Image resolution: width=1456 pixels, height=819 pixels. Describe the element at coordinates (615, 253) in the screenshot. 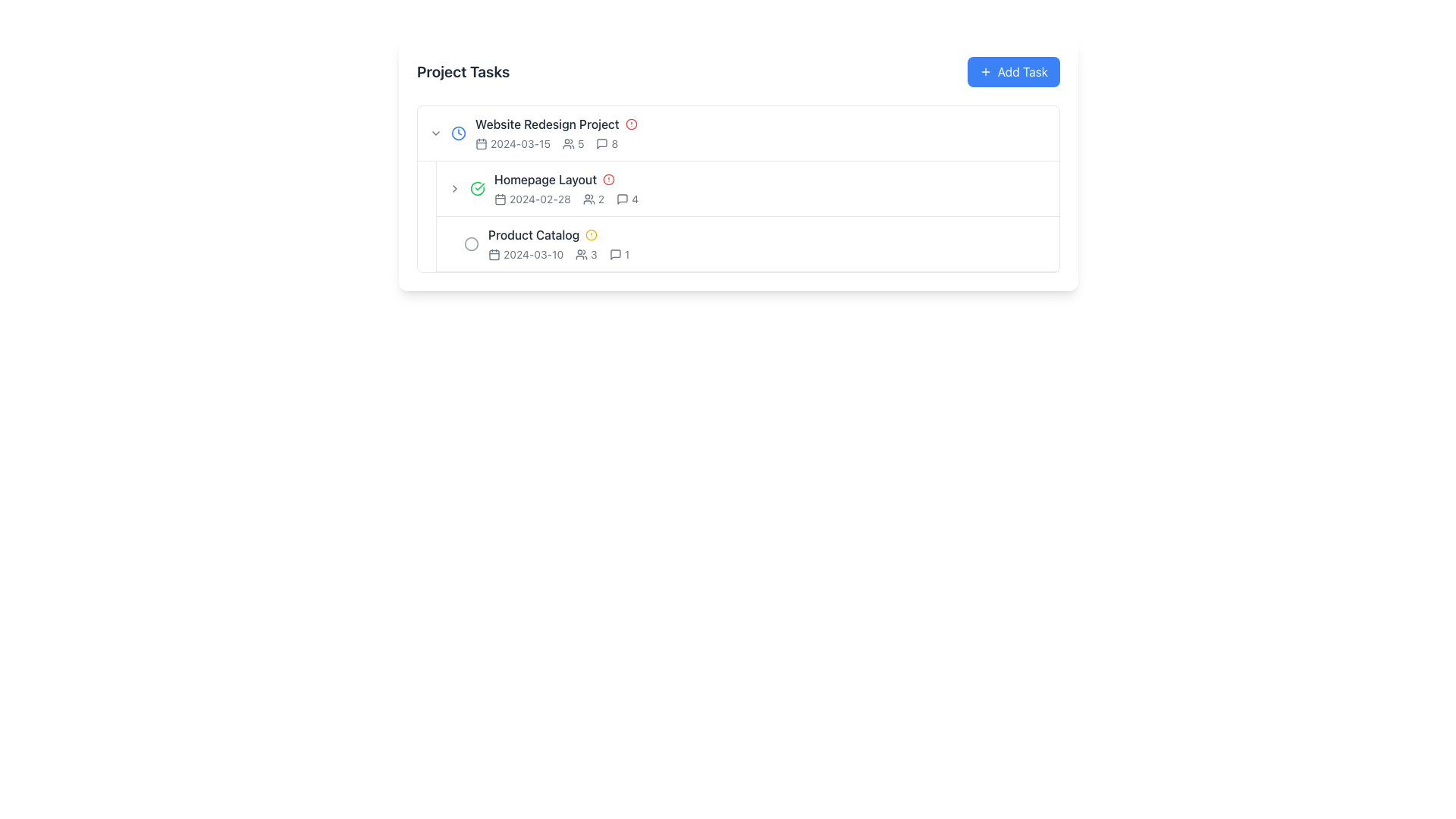

I see `the comment icon located in the 'Product Catalog' row of the 'Project Tasks' list` at that location.